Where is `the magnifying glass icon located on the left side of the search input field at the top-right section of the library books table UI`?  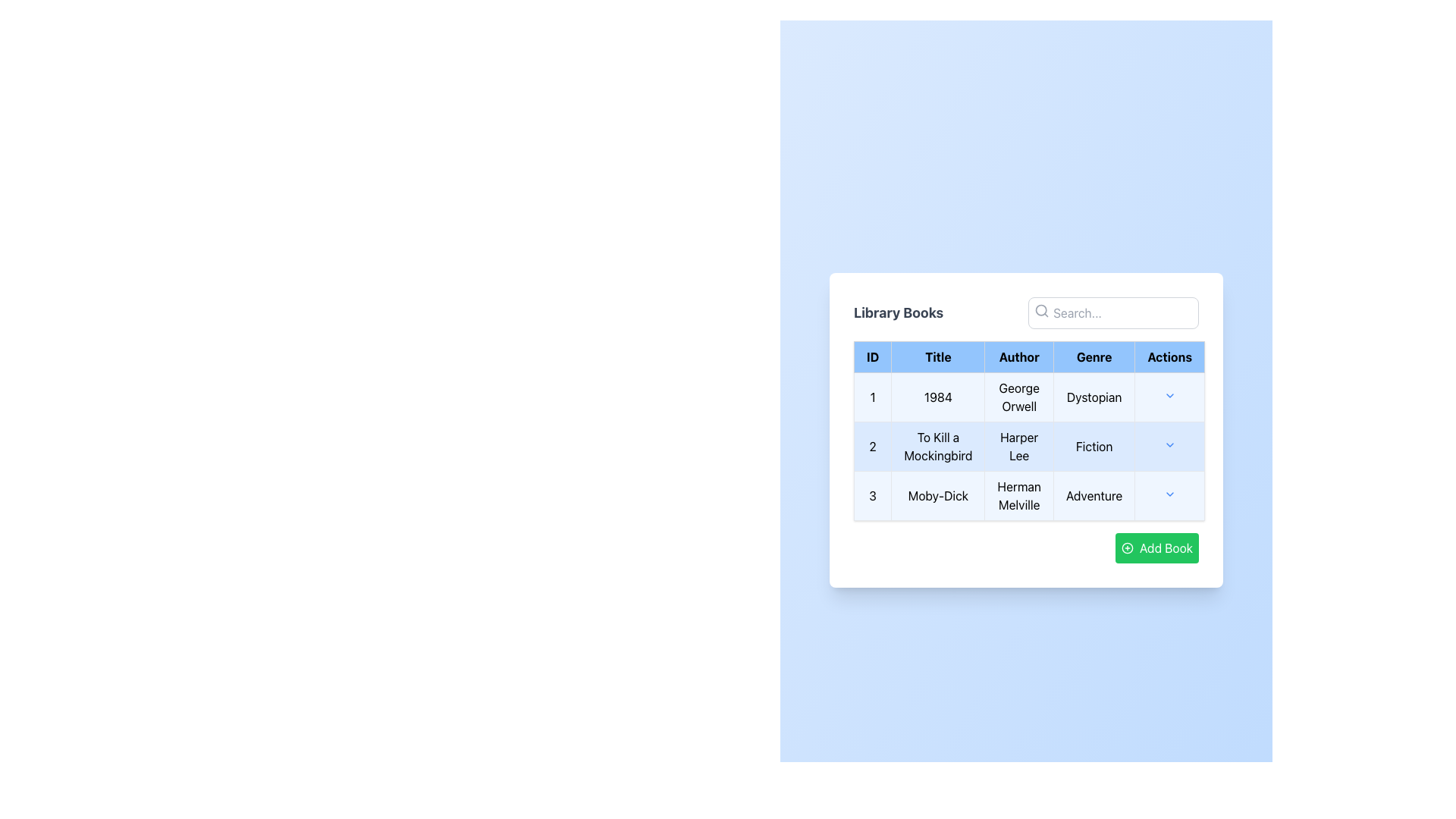 the magnifying glass icon located on the left side of the search input field at the top-right section of the library books table UI is located at coordinates (1041, 309).